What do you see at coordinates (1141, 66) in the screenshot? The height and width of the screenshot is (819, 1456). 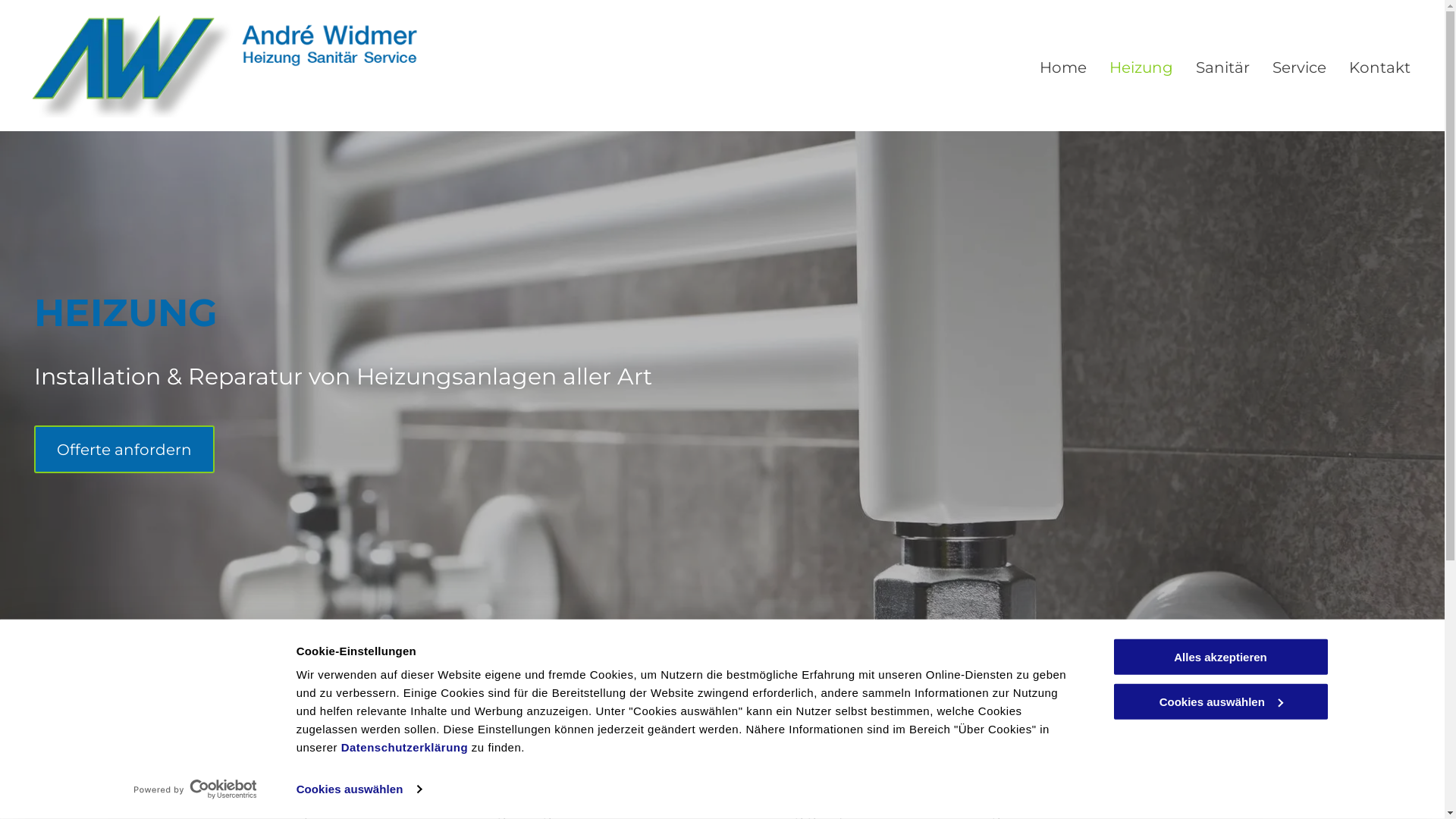 I see `'Heizung'` at bounding box center [1141, 66].